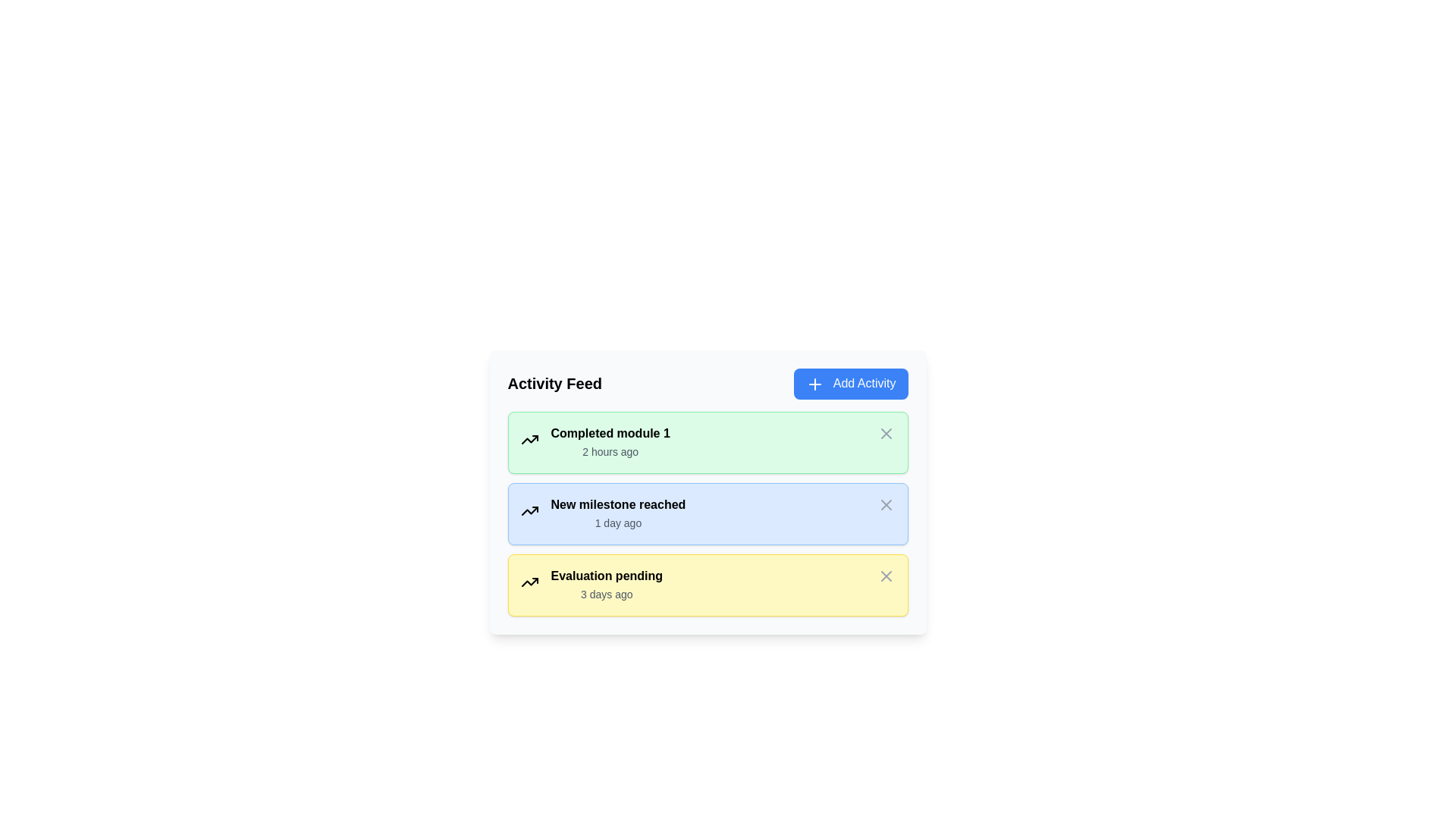 This screenshot has height=819, width=1456. What do you see at coordinates (529, 439) in the screenshot?
I see `the progress icon located at the top left corner of the 'Completed module 1', which visually represents progress or achievement` at bounding box center [529, 439].